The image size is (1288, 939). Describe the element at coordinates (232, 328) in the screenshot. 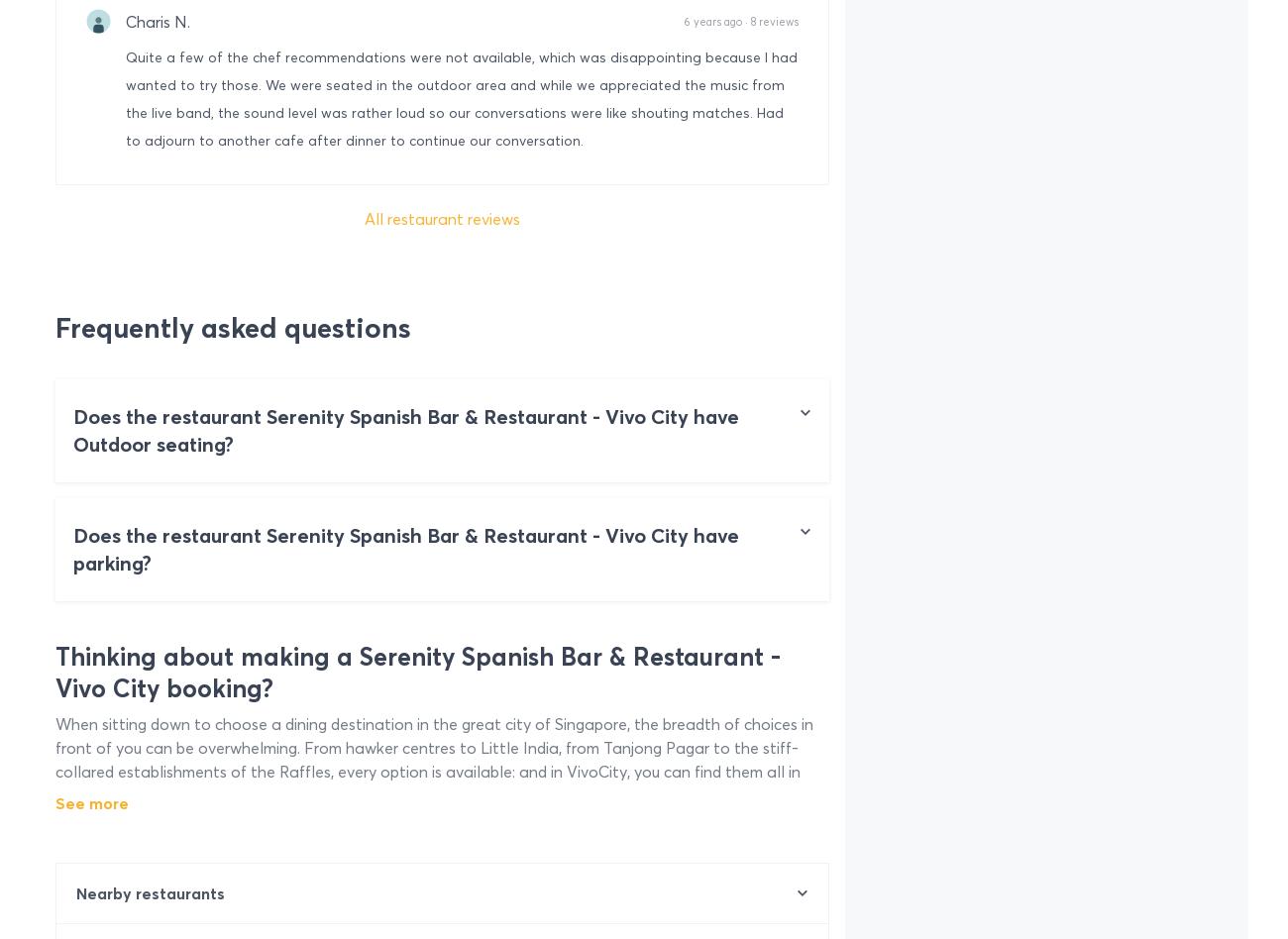

I see `'Frequently asked questions'` at that location.